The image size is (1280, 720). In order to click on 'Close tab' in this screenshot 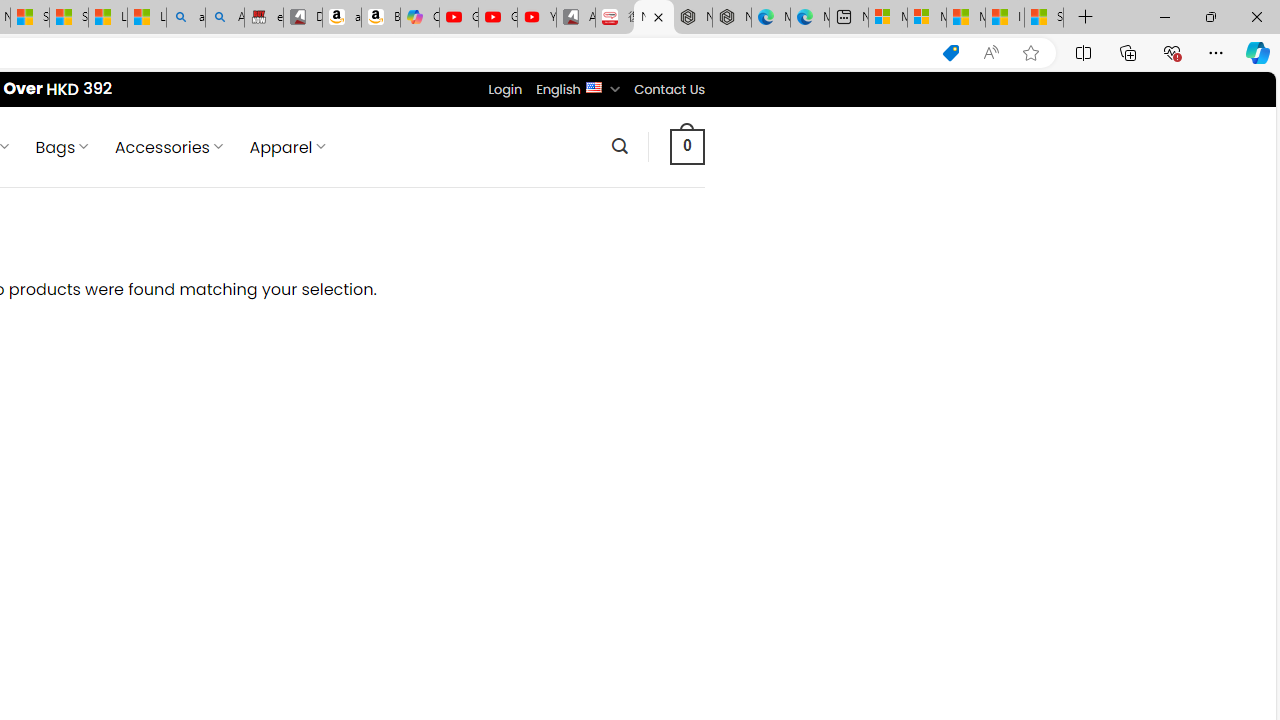, I will do `click(658, 17)`.